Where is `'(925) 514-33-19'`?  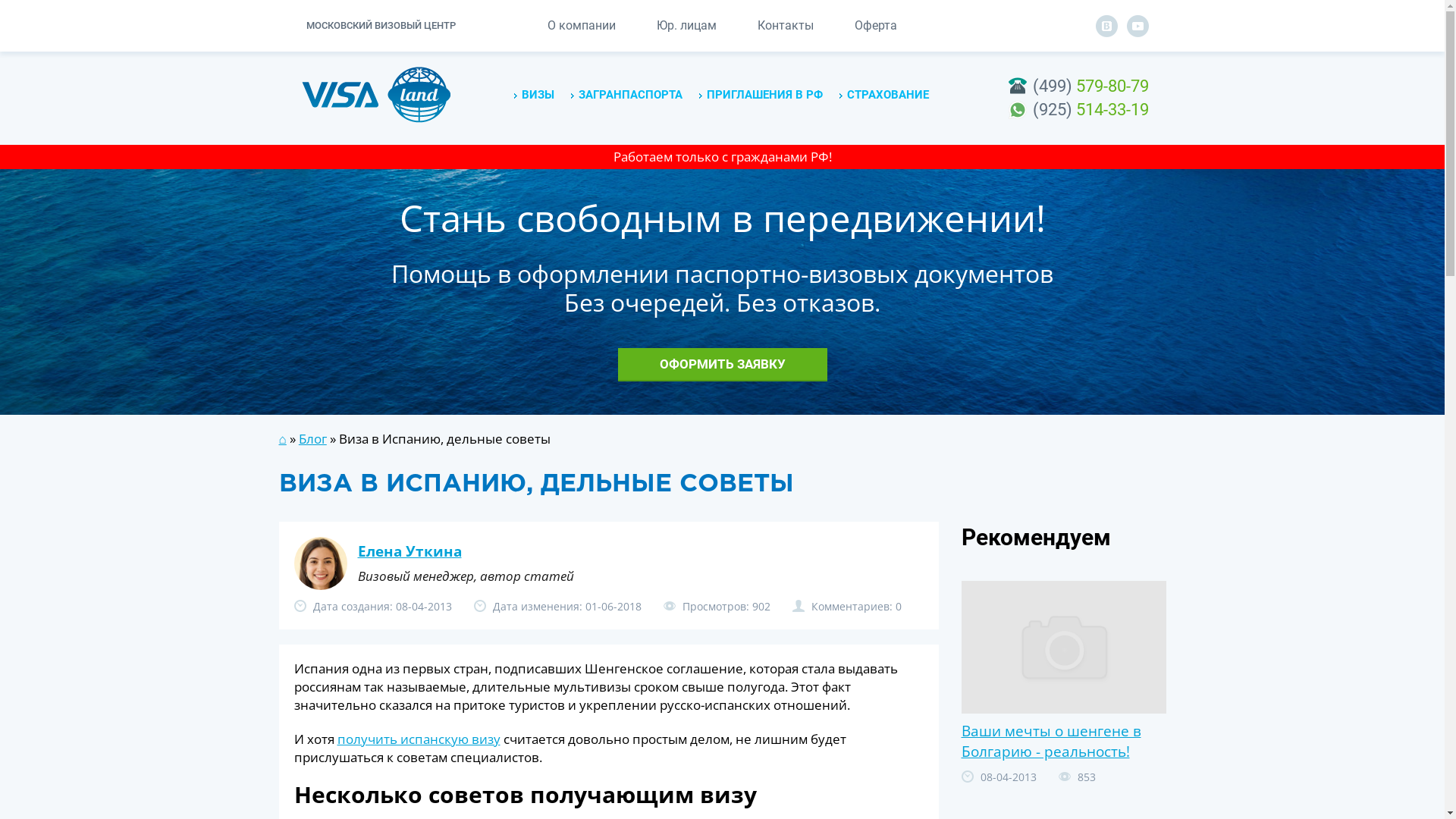
'(925) 514-33-19' is located at coordinates (1090, 108).